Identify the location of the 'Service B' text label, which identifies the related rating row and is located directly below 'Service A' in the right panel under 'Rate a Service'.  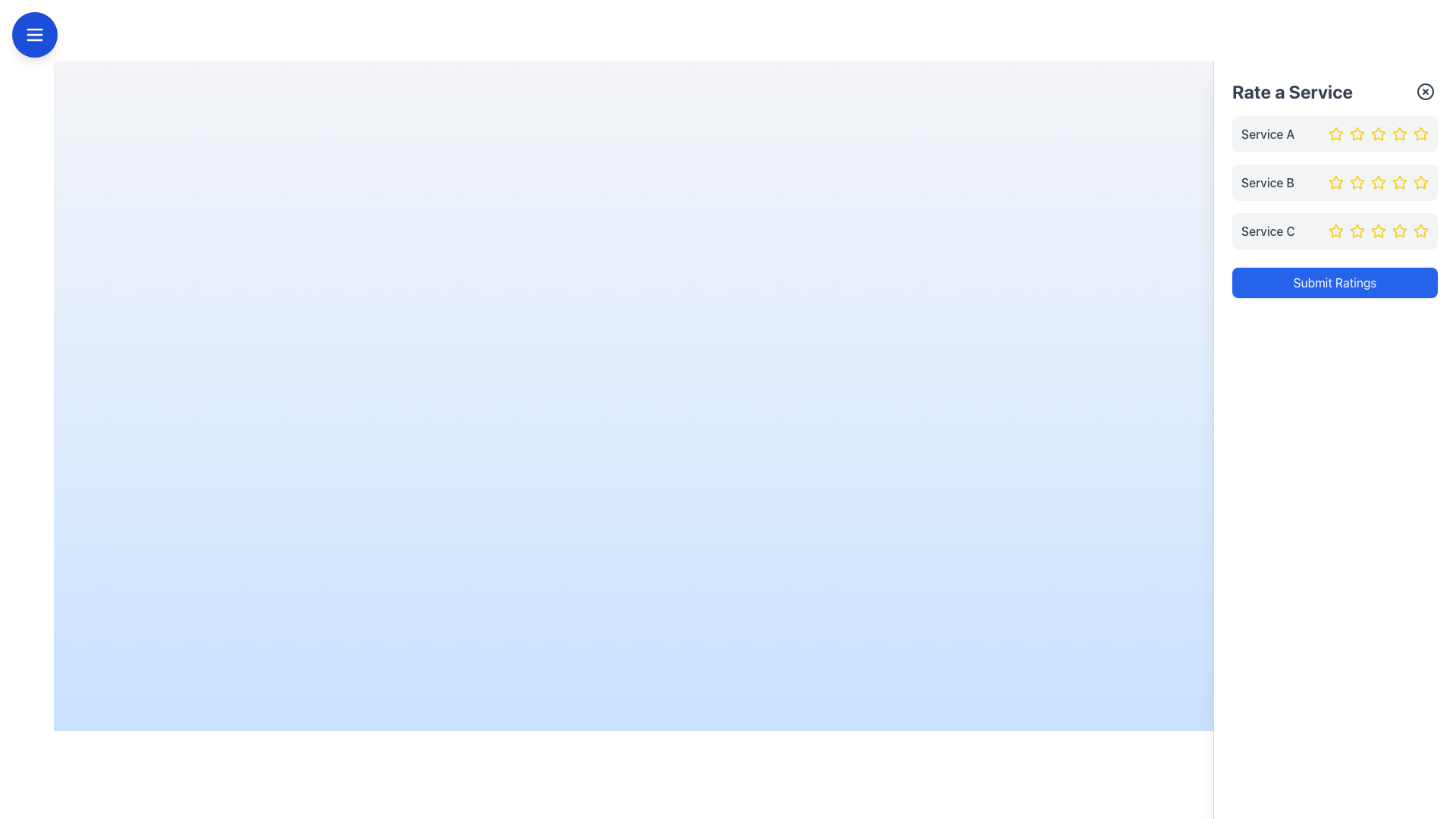
(1267, 181).